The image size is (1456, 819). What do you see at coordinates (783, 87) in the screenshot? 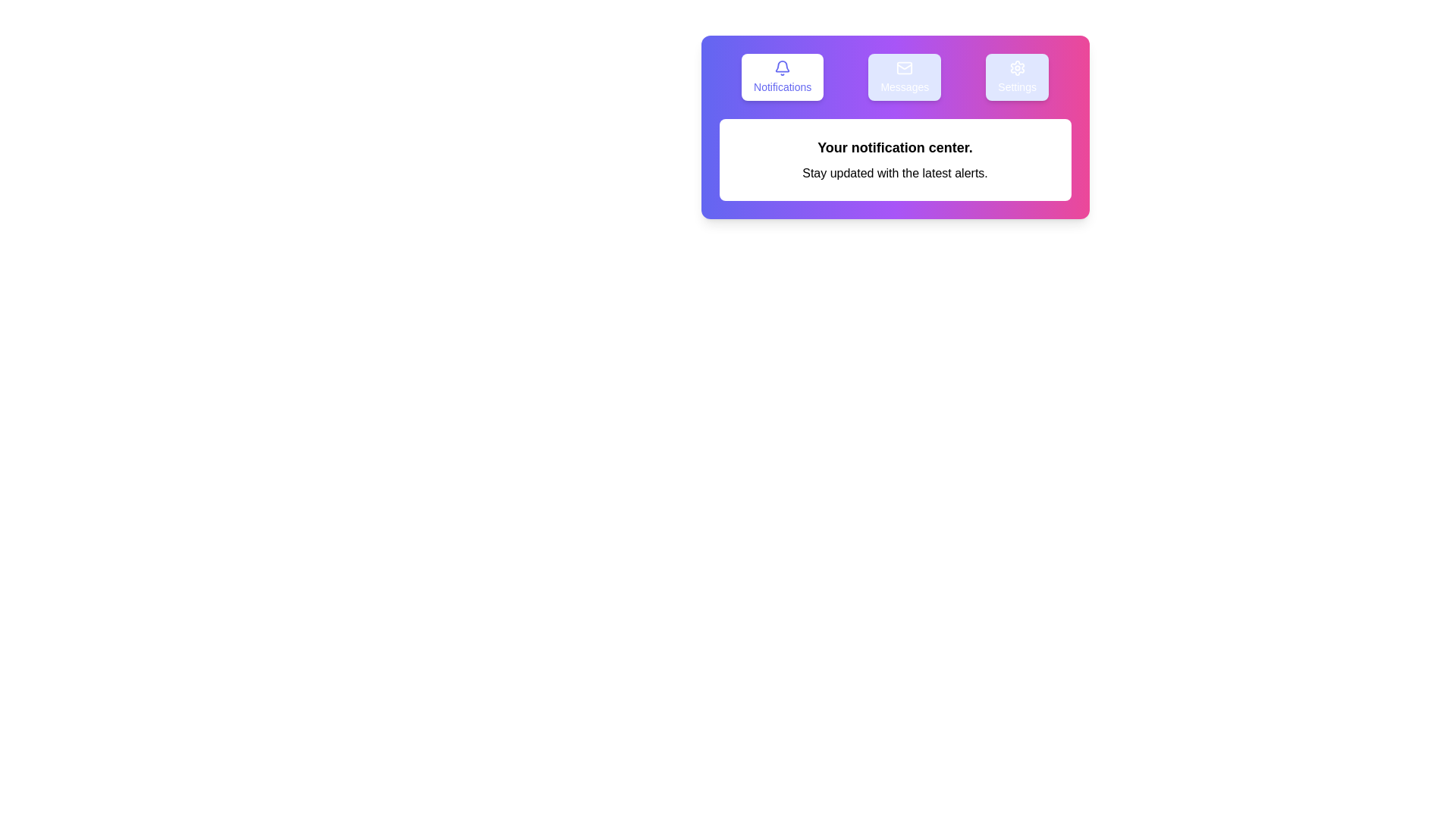
I see `the 'Notifications' label, which is located under the bell icon in the 'Notifications' button, the first button on the left in a row of three buttons at the top of the panel` at bounding box center [783, 87].